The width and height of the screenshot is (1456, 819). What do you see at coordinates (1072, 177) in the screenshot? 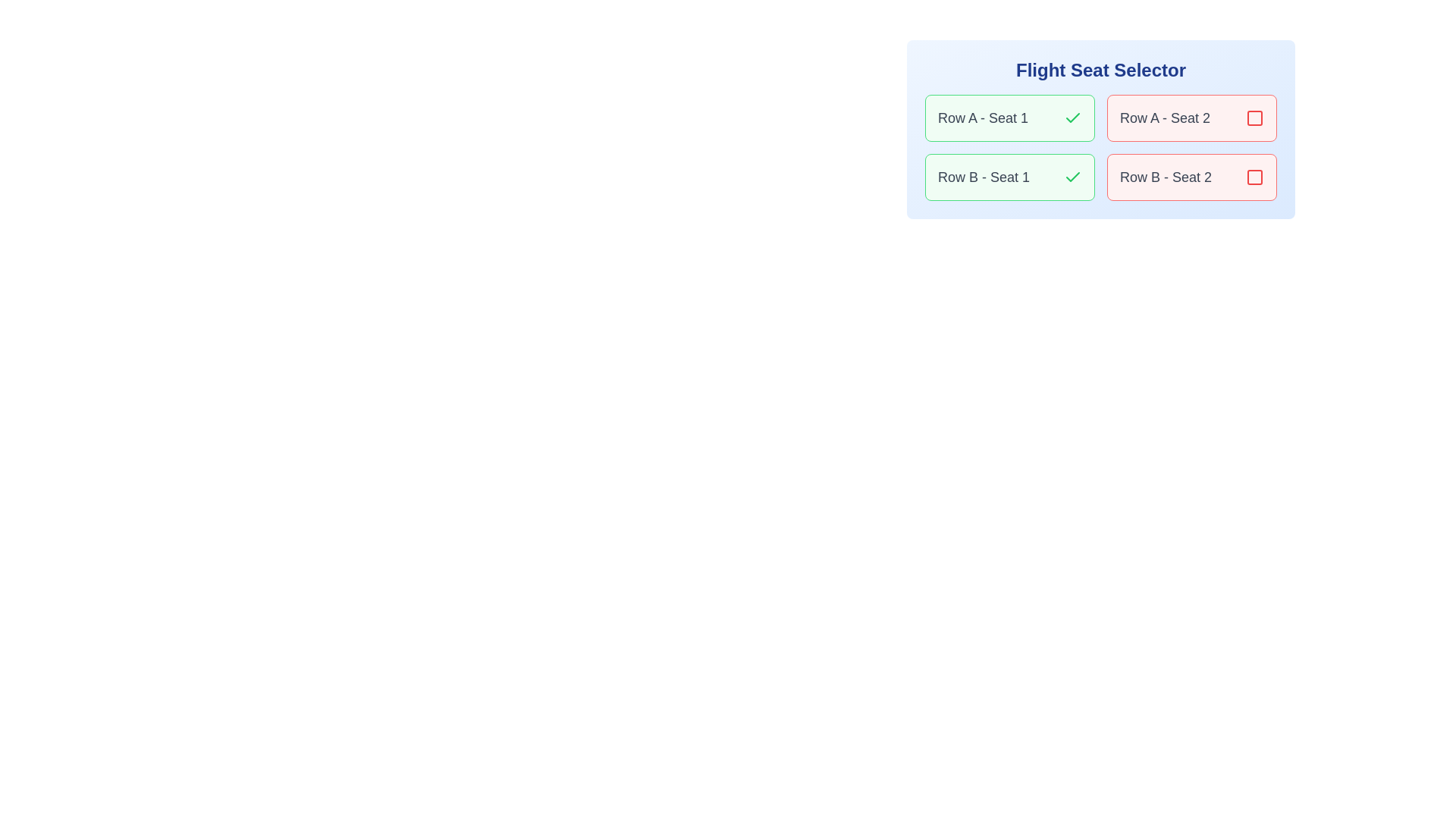
I see `the checkmark icon indicating the selection of 'Row B - Seat 1'` at bounding box center [1072, 177].